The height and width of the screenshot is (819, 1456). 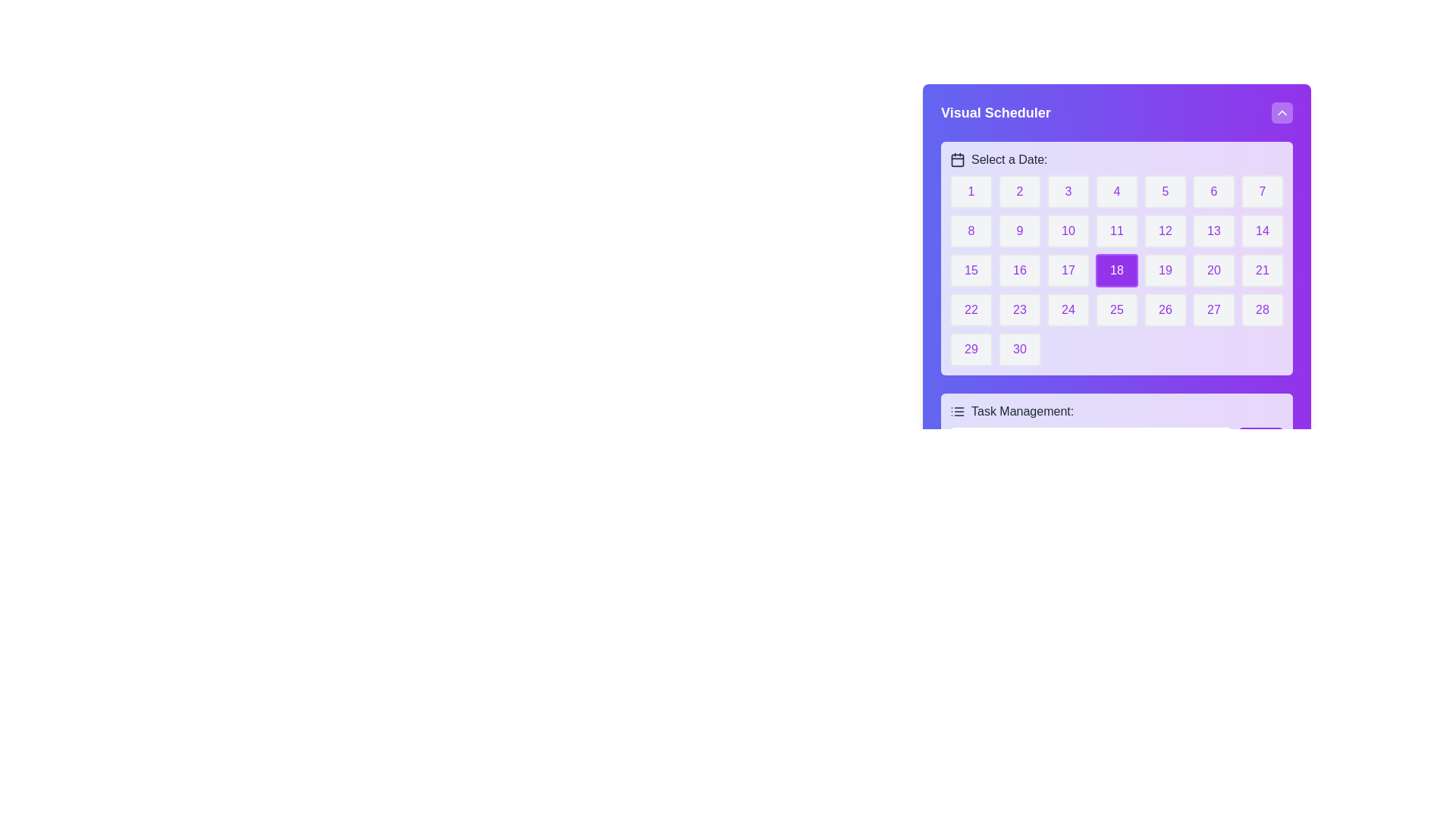 I want to click on the interactive button located in the top-right corner of the header section of the 'Visual Scheduler' component, positioned to the right of the text 'Visual Scheduler', so click(x=1281, y=112).